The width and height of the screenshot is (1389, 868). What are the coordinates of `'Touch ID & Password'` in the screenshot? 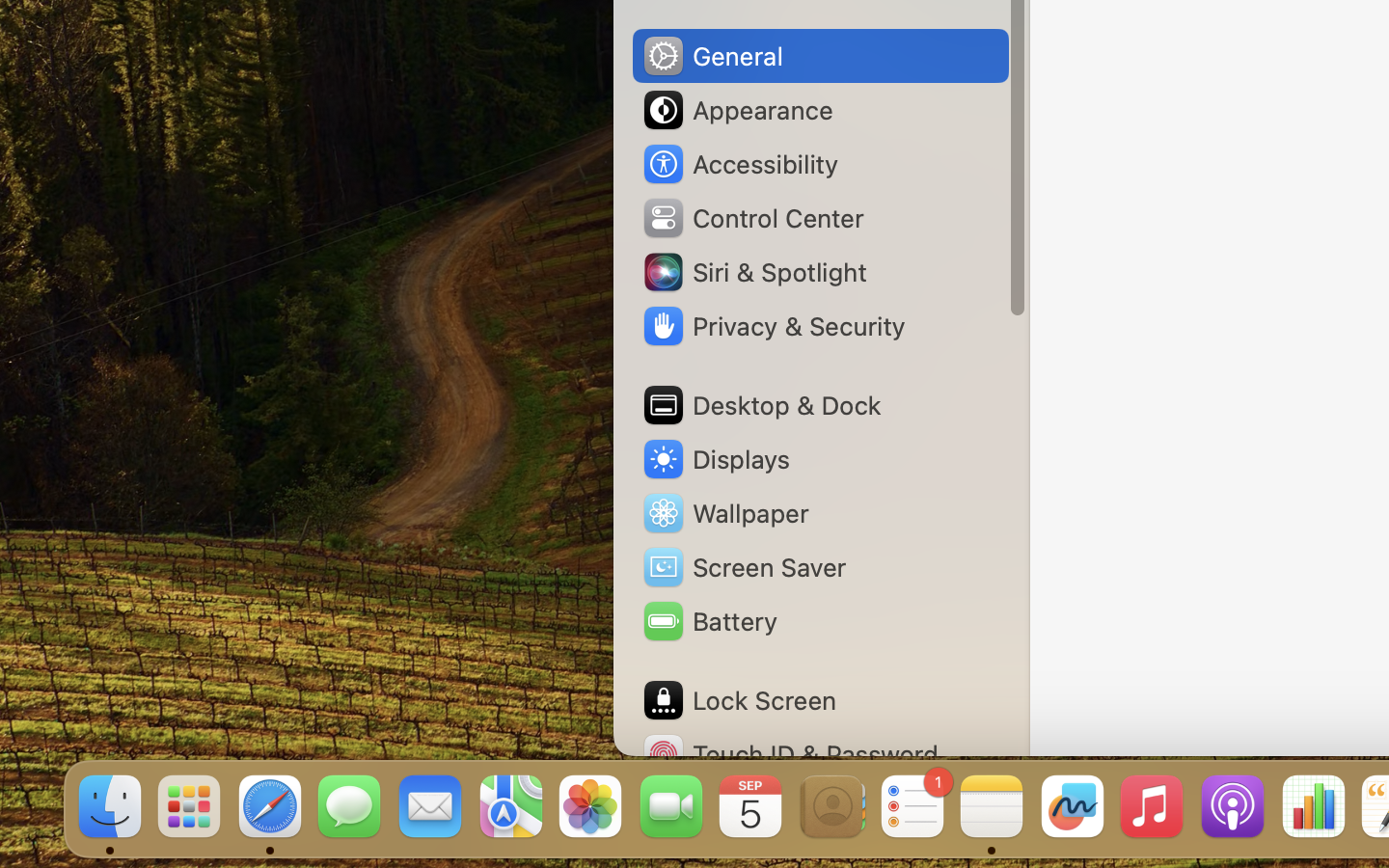 It's located at (790, 753).